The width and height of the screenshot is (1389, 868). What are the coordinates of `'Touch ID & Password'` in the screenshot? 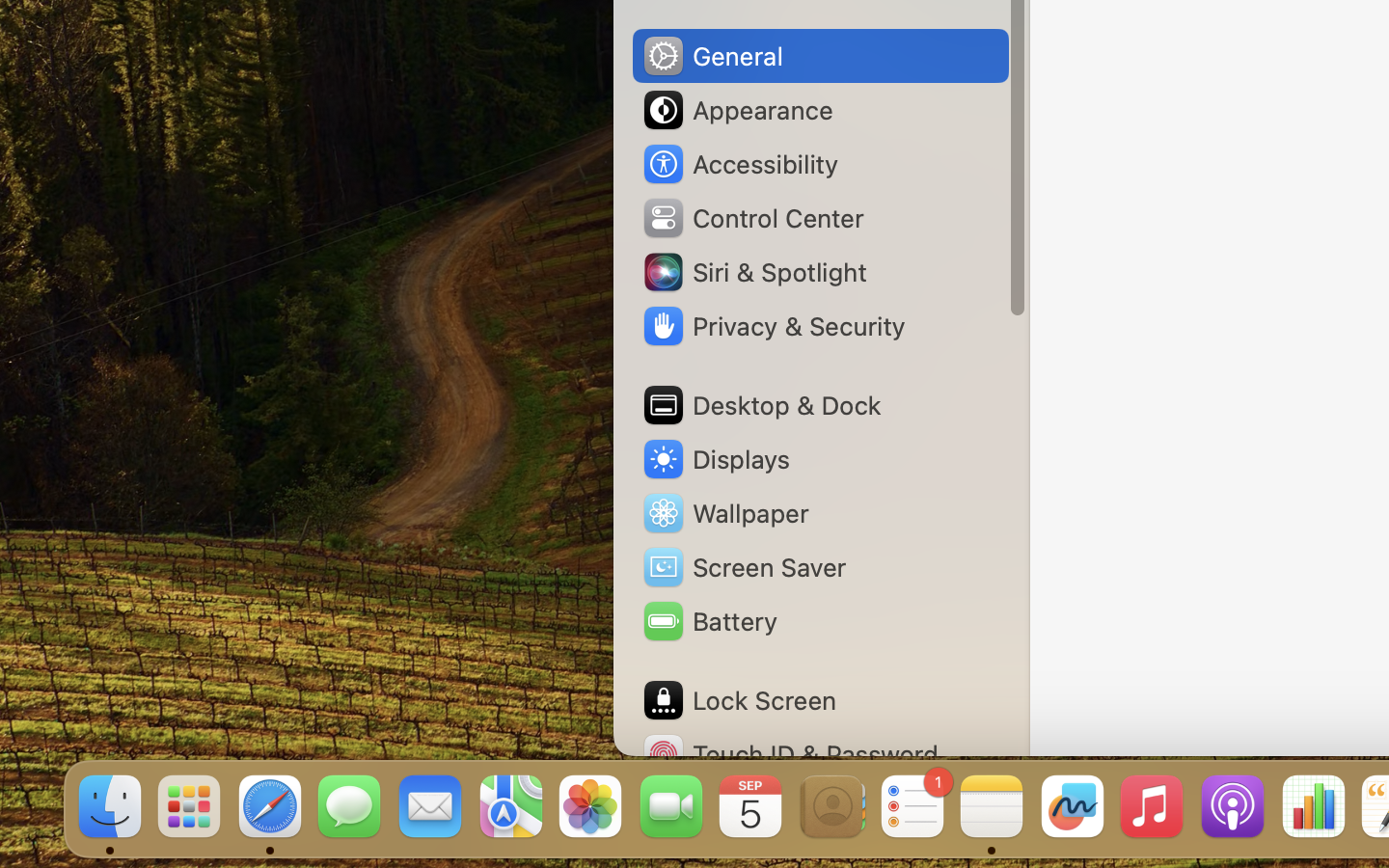 It's located at (790, 753).